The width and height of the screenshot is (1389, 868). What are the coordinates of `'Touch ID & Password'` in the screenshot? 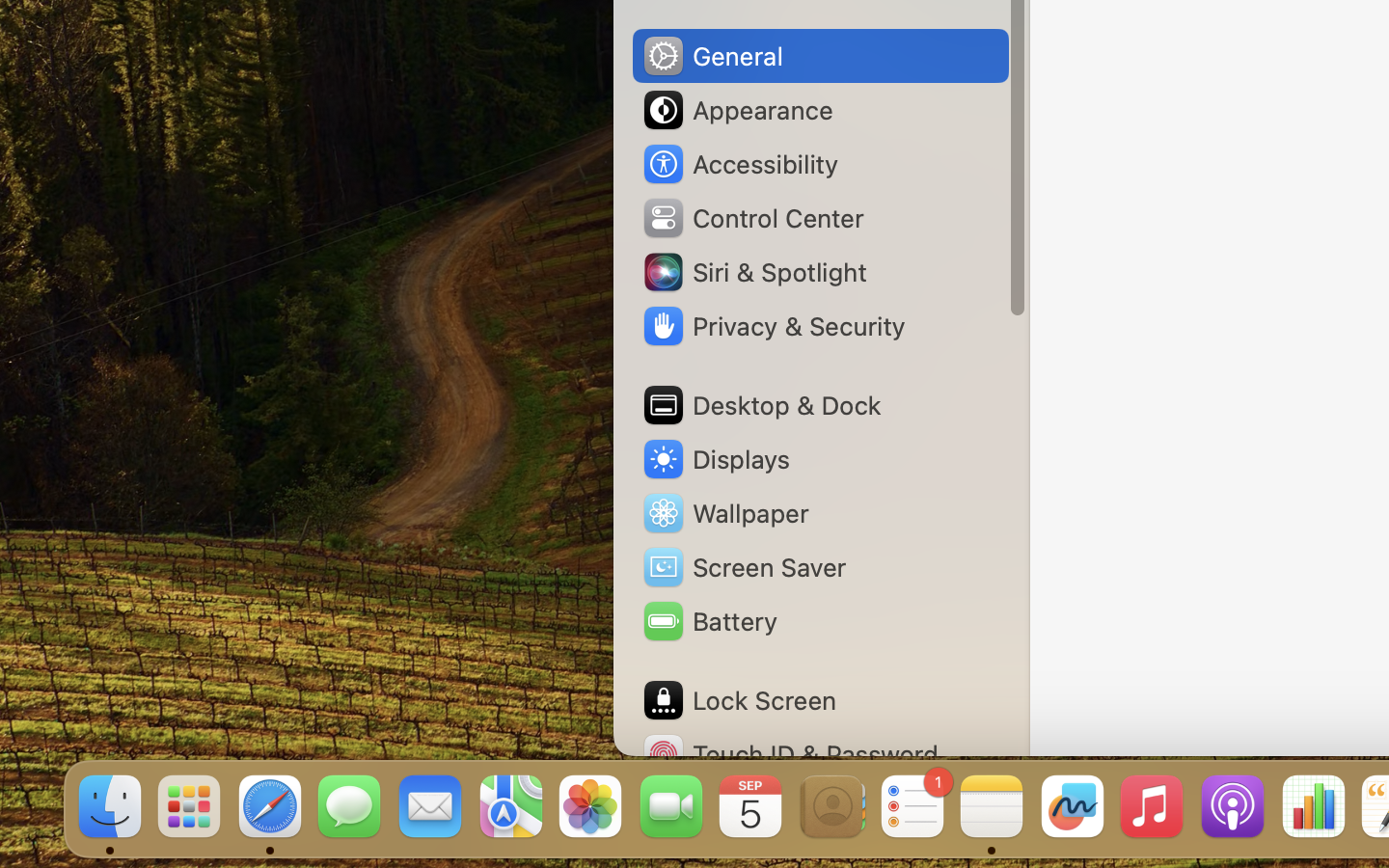 It's located at (790, 753).